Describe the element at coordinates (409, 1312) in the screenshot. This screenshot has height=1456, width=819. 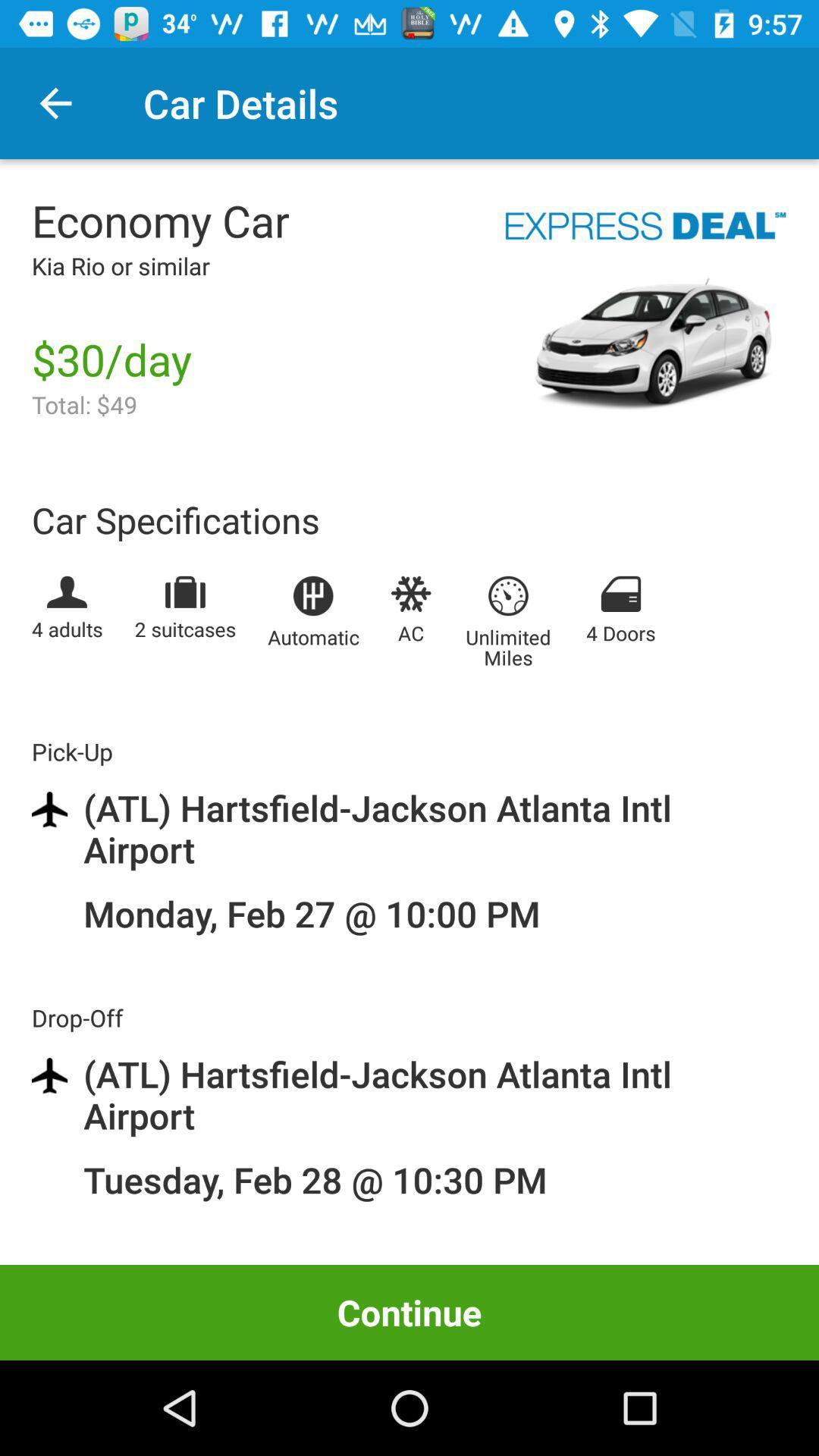
I see `item below the tuesday feb 28` at that location.